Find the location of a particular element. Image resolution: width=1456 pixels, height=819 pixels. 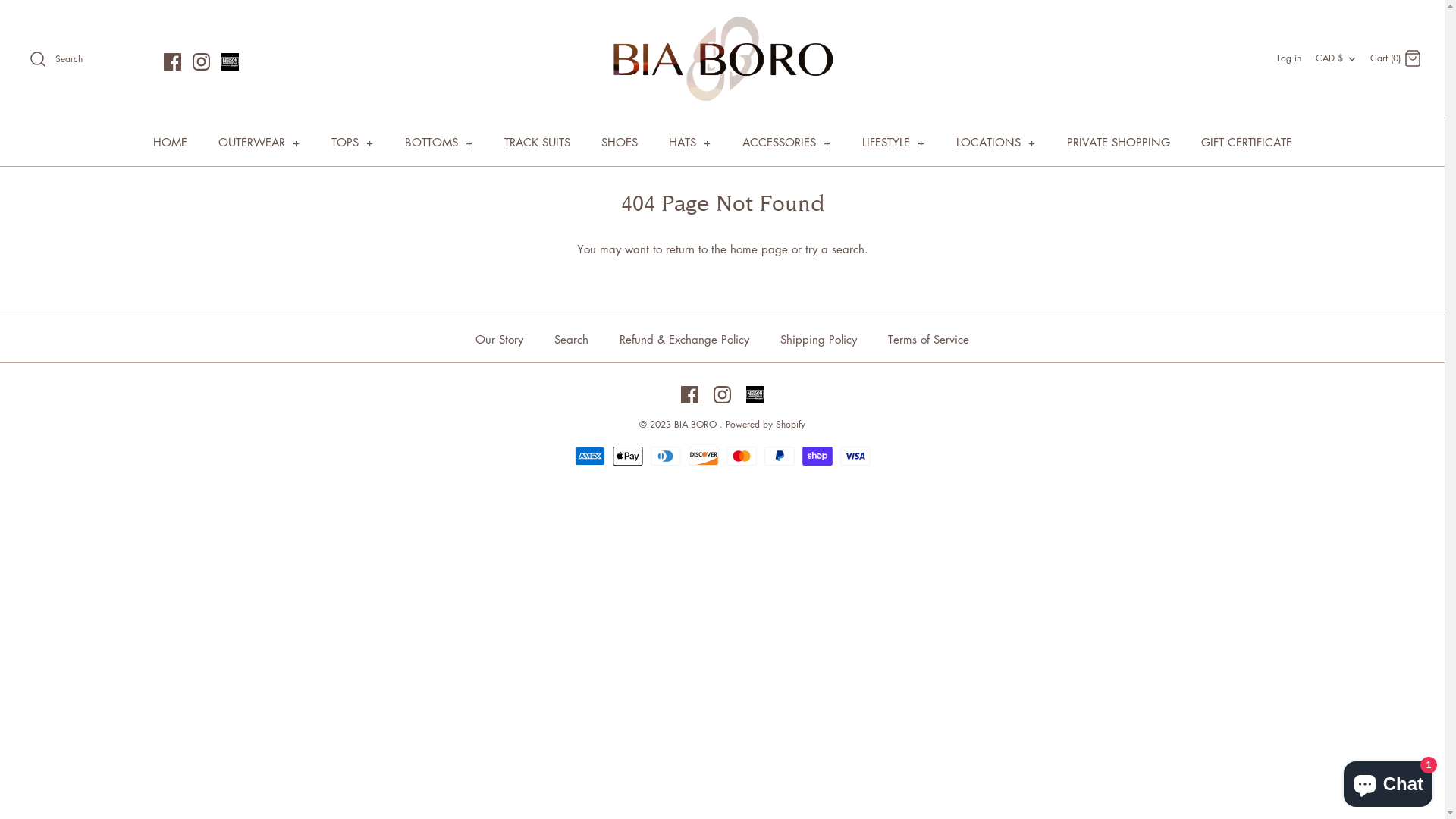

'BIA BORO' is located at coordinates (673, 424).